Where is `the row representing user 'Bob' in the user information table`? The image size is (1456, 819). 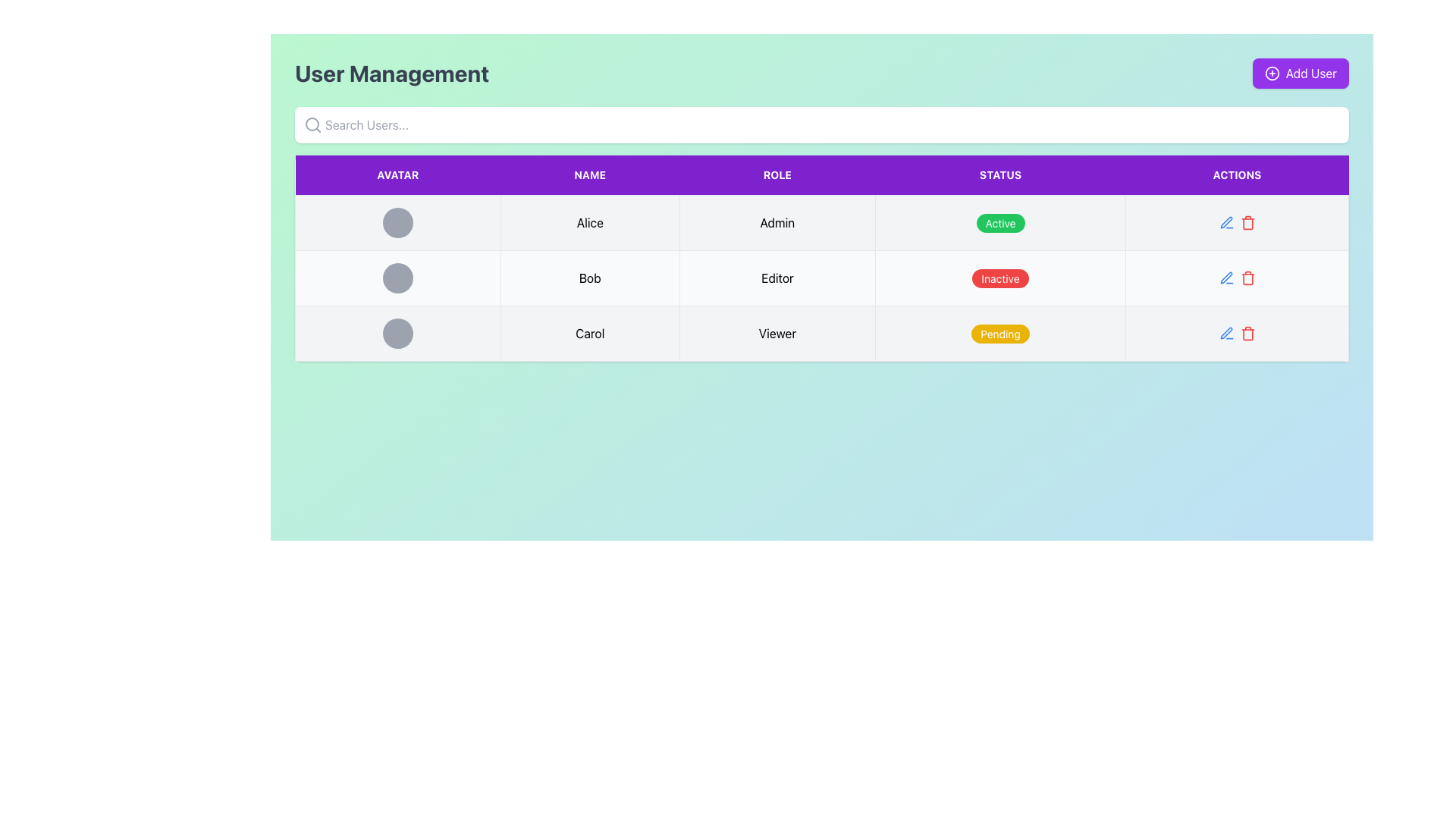 the row representing user 'Bob' in the user information table is located at coordinates (821, 278).